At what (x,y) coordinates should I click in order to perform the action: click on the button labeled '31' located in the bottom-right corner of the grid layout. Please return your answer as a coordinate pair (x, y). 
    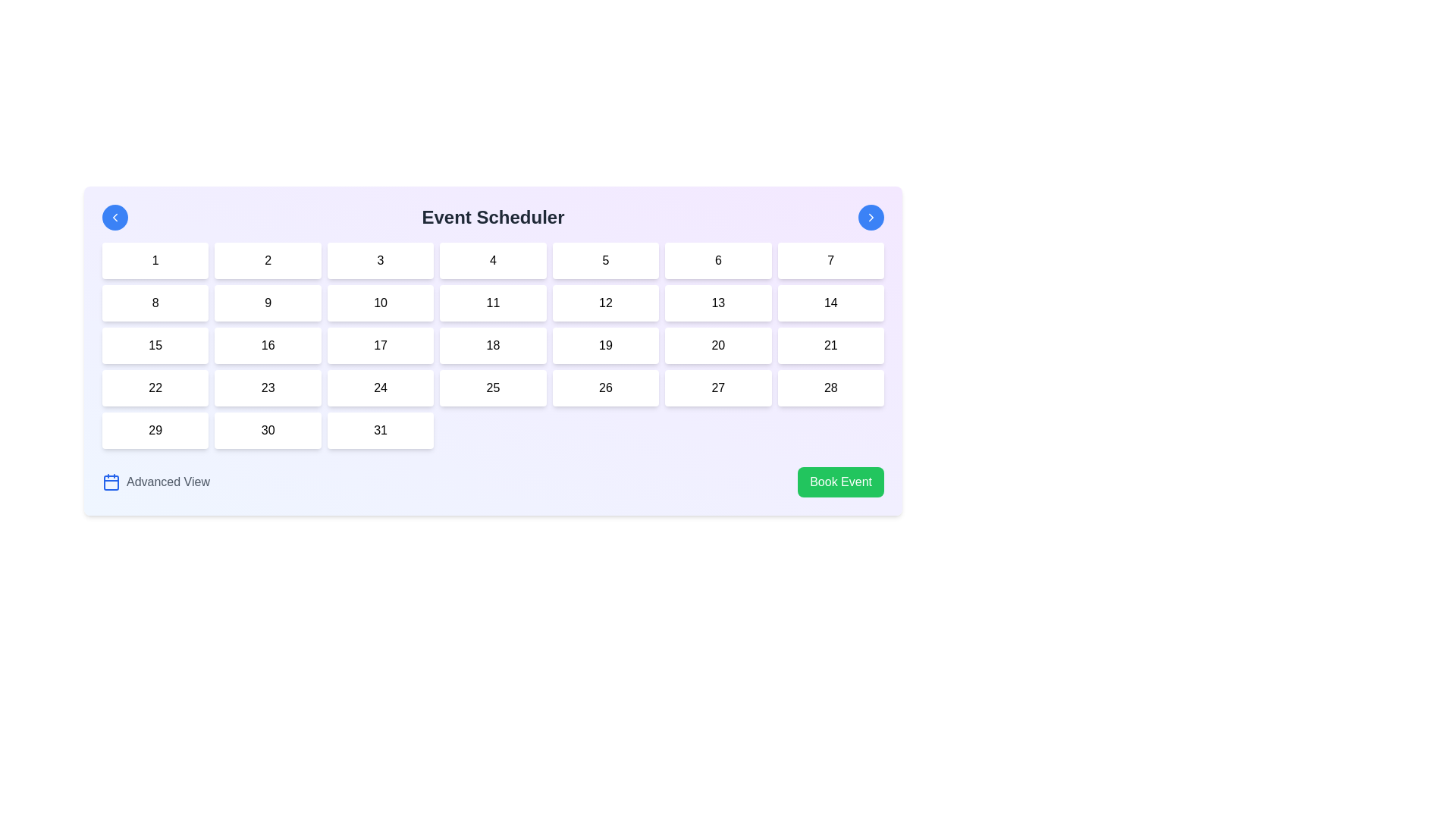
    Looking at the image, I should click on (381, 430).